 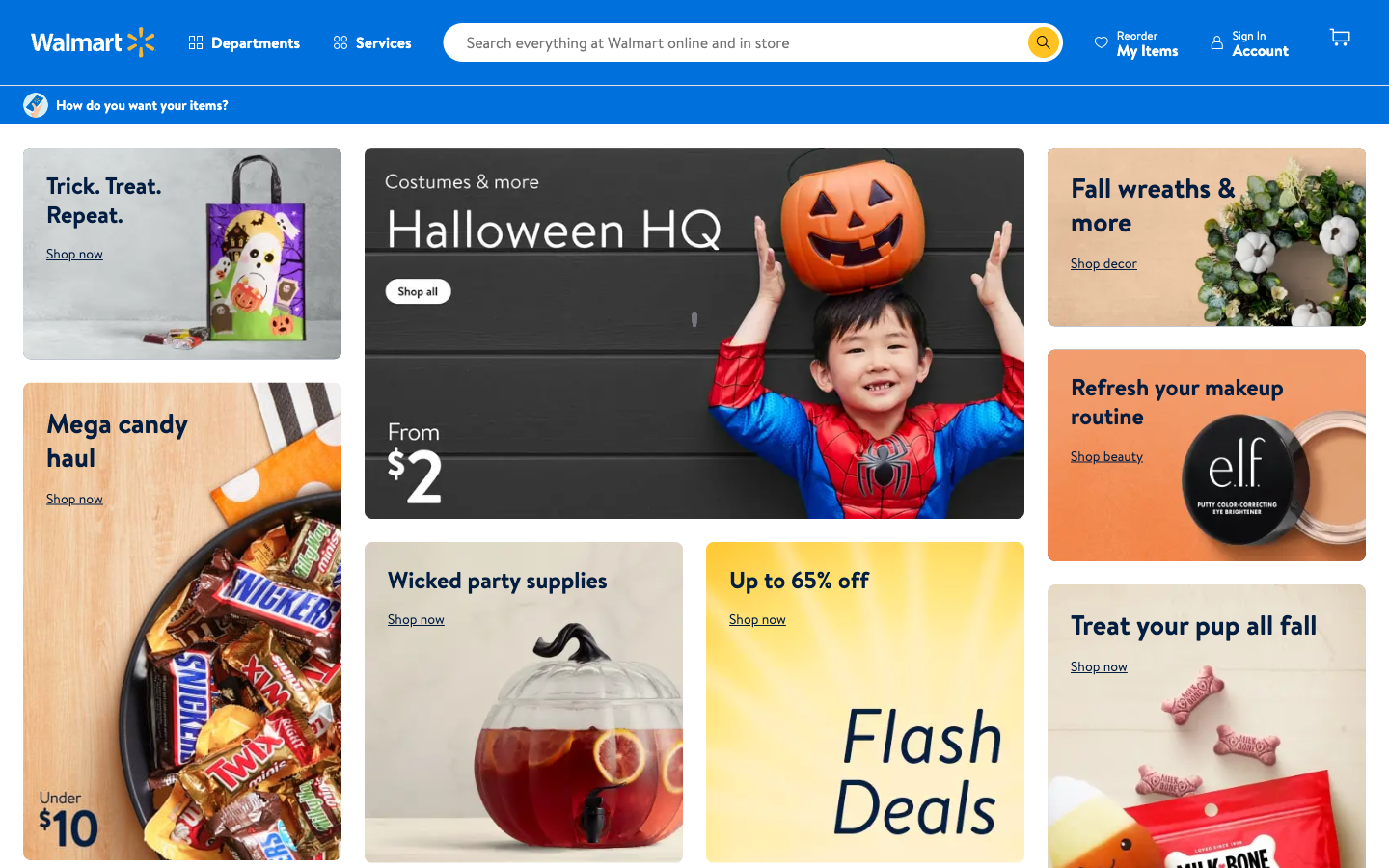 What do you see at coordinates (757, 618) in the screenshot?
I see `flash deals webpage via shop now button` at bounding box center [757, 618].